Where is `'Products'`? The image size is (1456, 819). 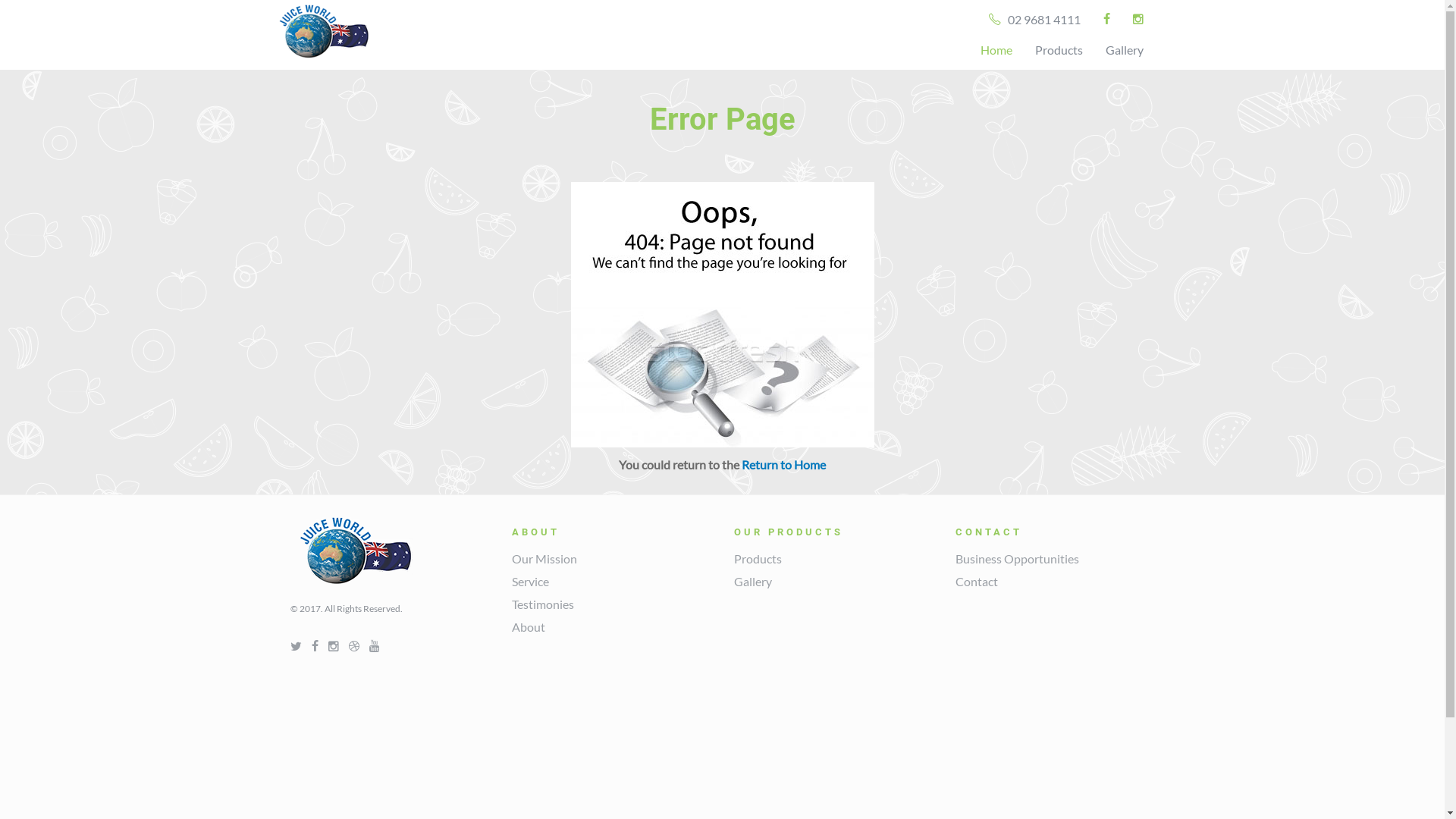 'Products' is located at coordinates (758, 558).